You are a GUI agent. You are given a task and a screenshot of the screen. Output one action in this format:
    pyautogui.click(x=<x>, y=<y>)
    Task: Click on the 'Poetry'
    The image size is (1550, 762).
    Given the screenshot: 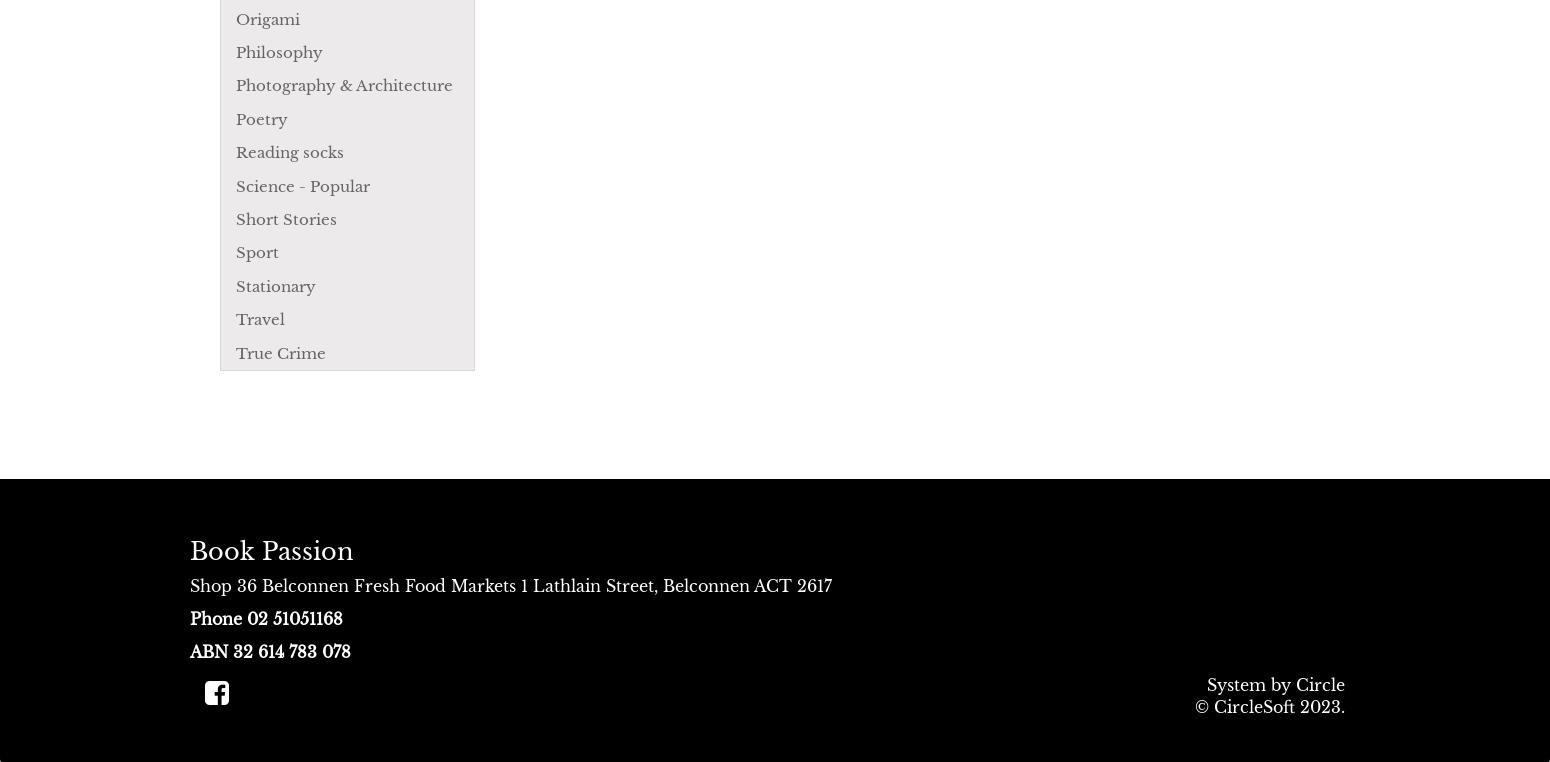 What is the action you would take?
    pyautogui.click(x=261, y=118)
    